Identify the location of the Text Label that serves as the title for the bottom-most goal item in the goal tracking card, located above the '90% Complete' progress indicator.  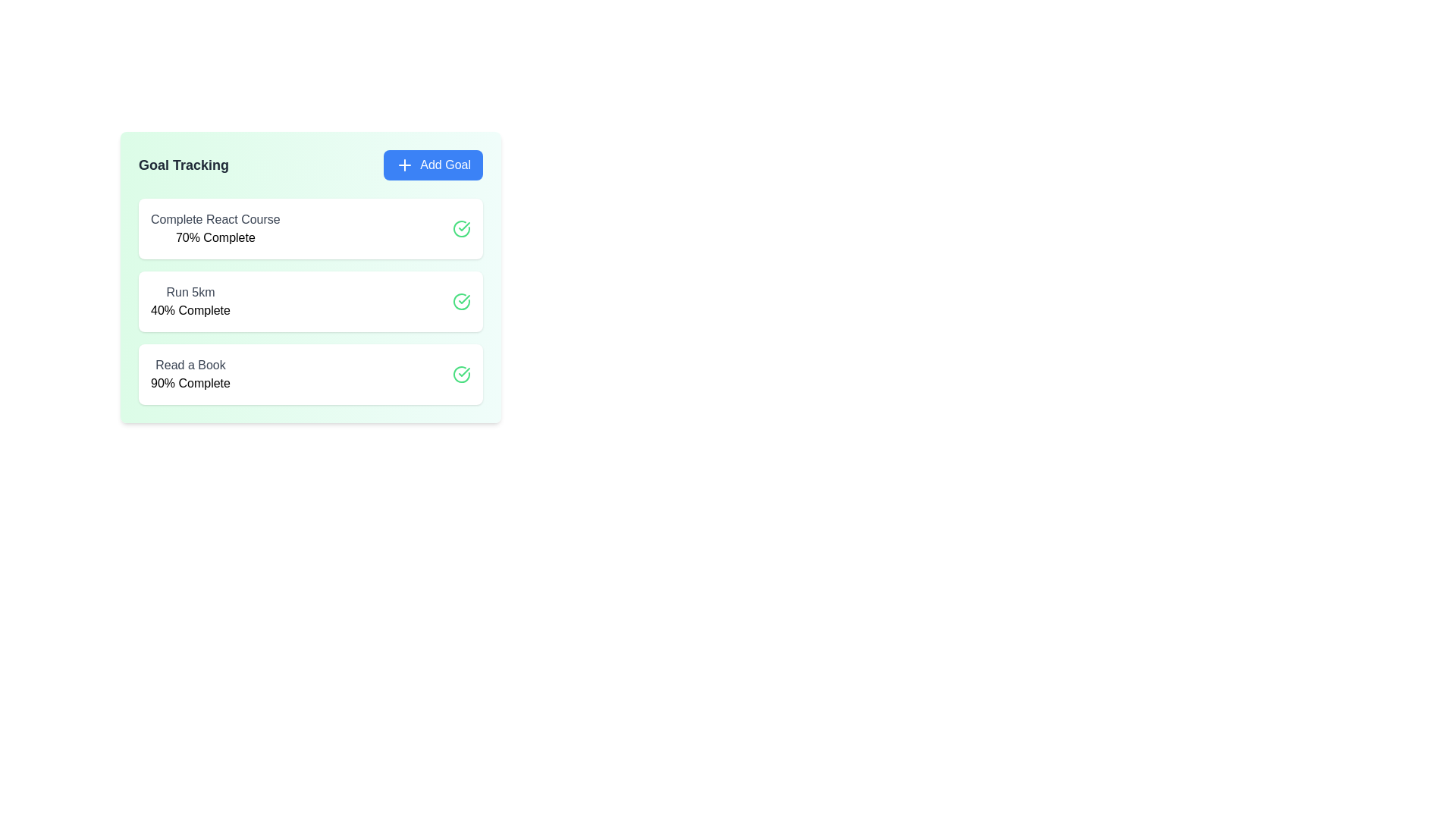
(190, 366).